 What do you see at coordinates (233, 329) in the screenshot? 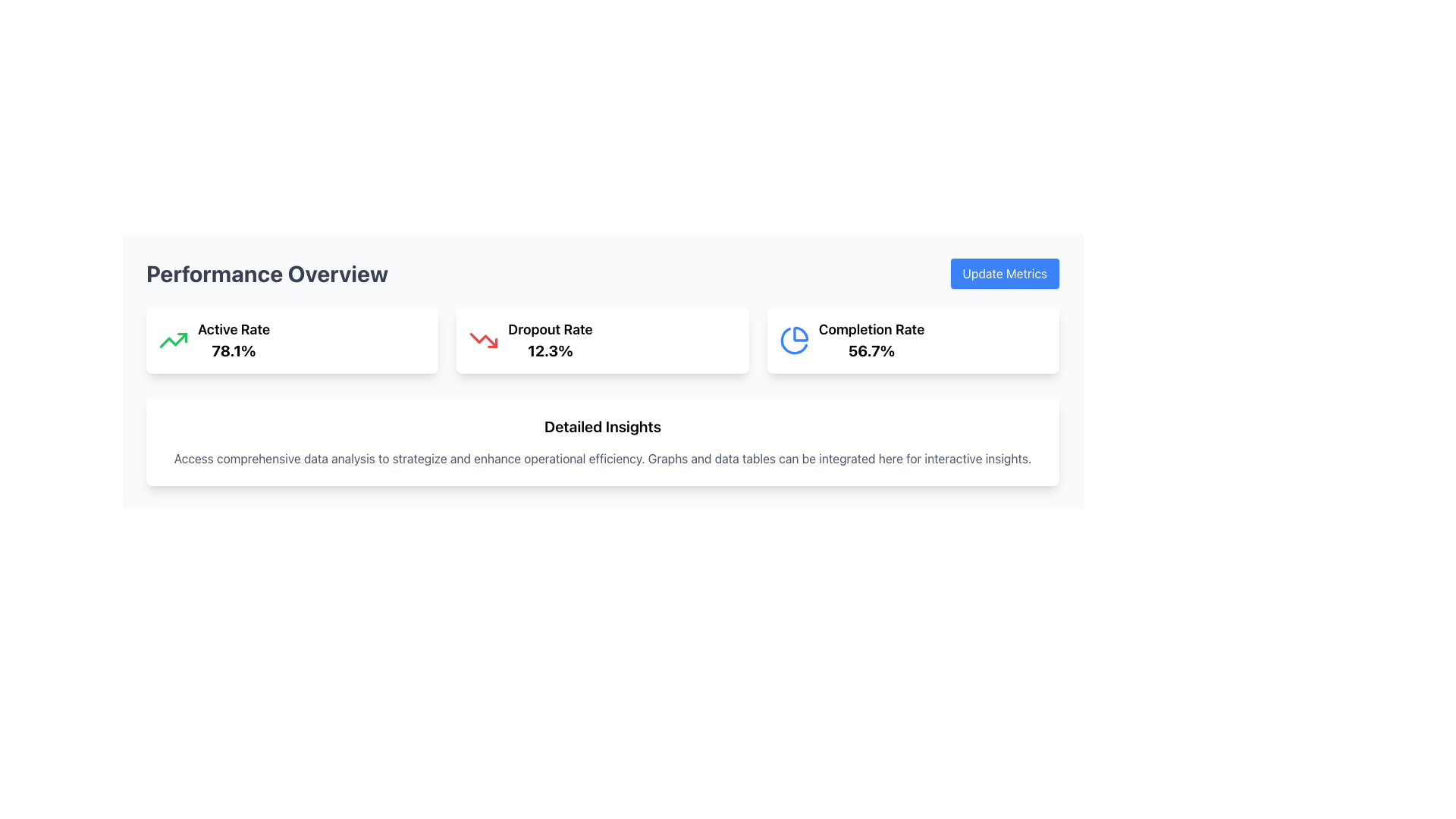
I see `the 'Active Rate' static text element which serves as a label for the metric '78.1%' located at the top of the leftmost card within a row of three cards` at bounding box center [233, 329].